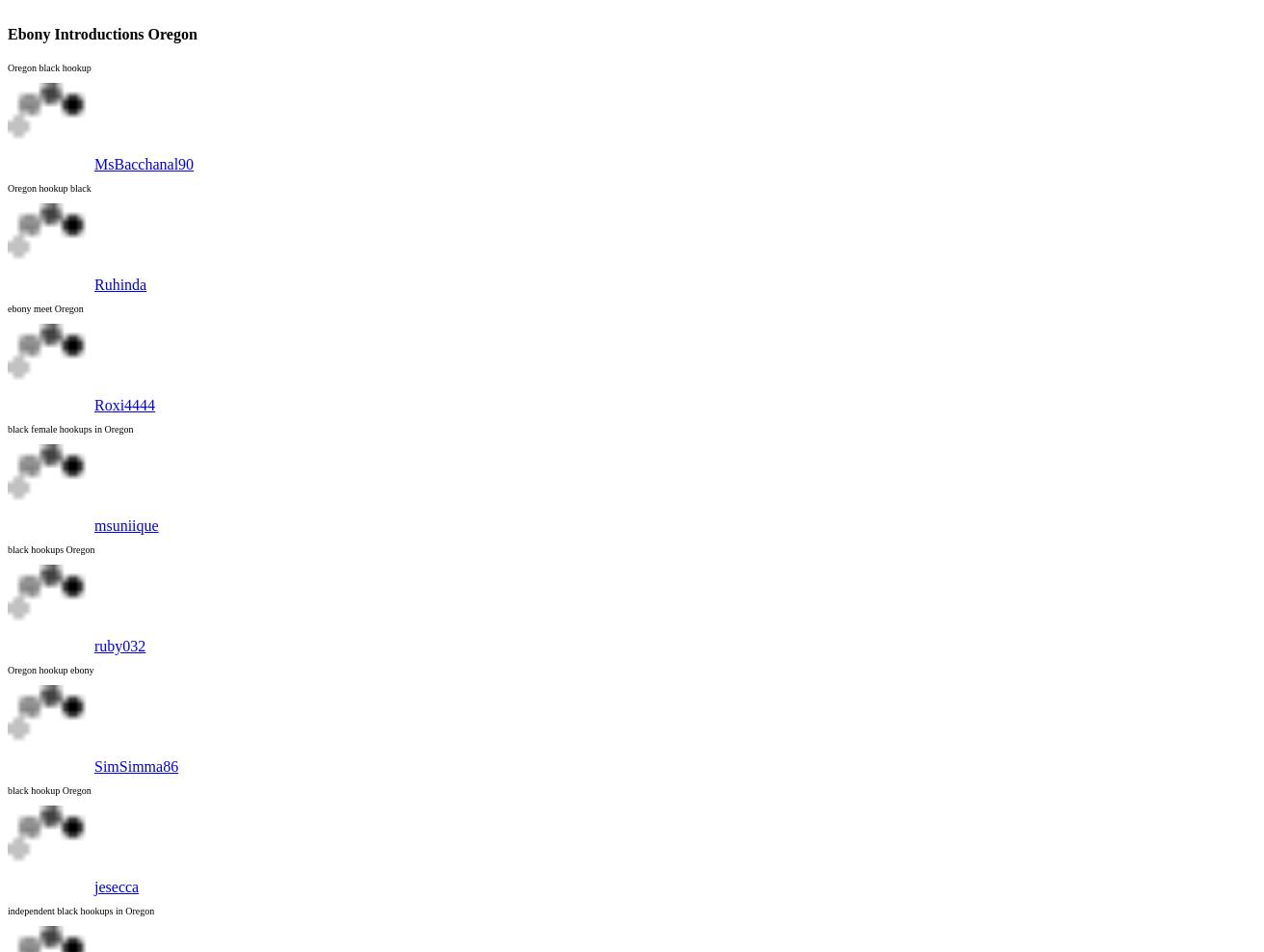 Image resolution: width=1264 pixels, height=952 pixels. I want to click on 'Woodburn', so click(46, 412).